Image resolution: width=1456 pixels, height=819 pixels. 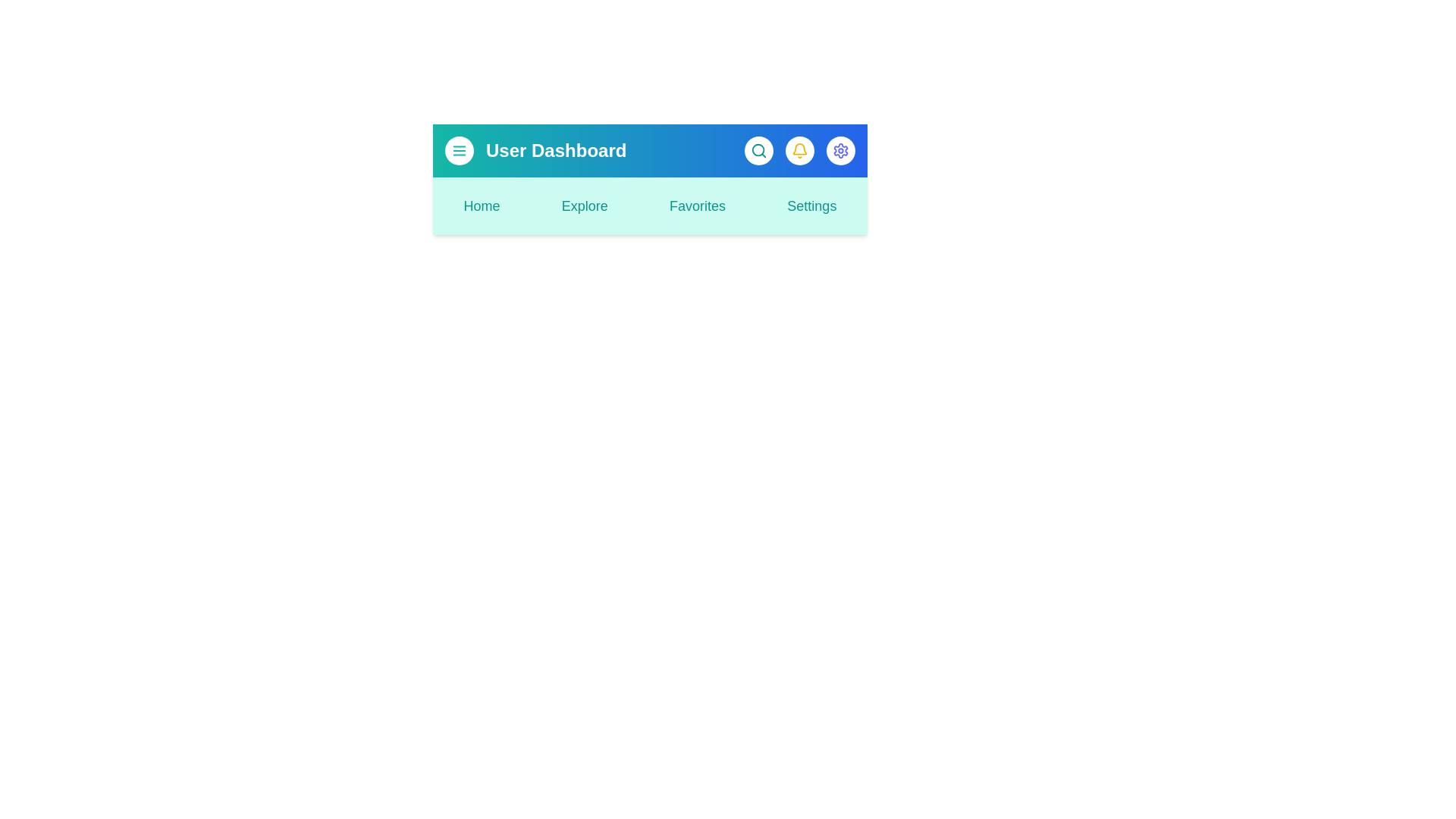 I want to click on the menu button to toggle the main menu visibility, so click(x=458, y=151).